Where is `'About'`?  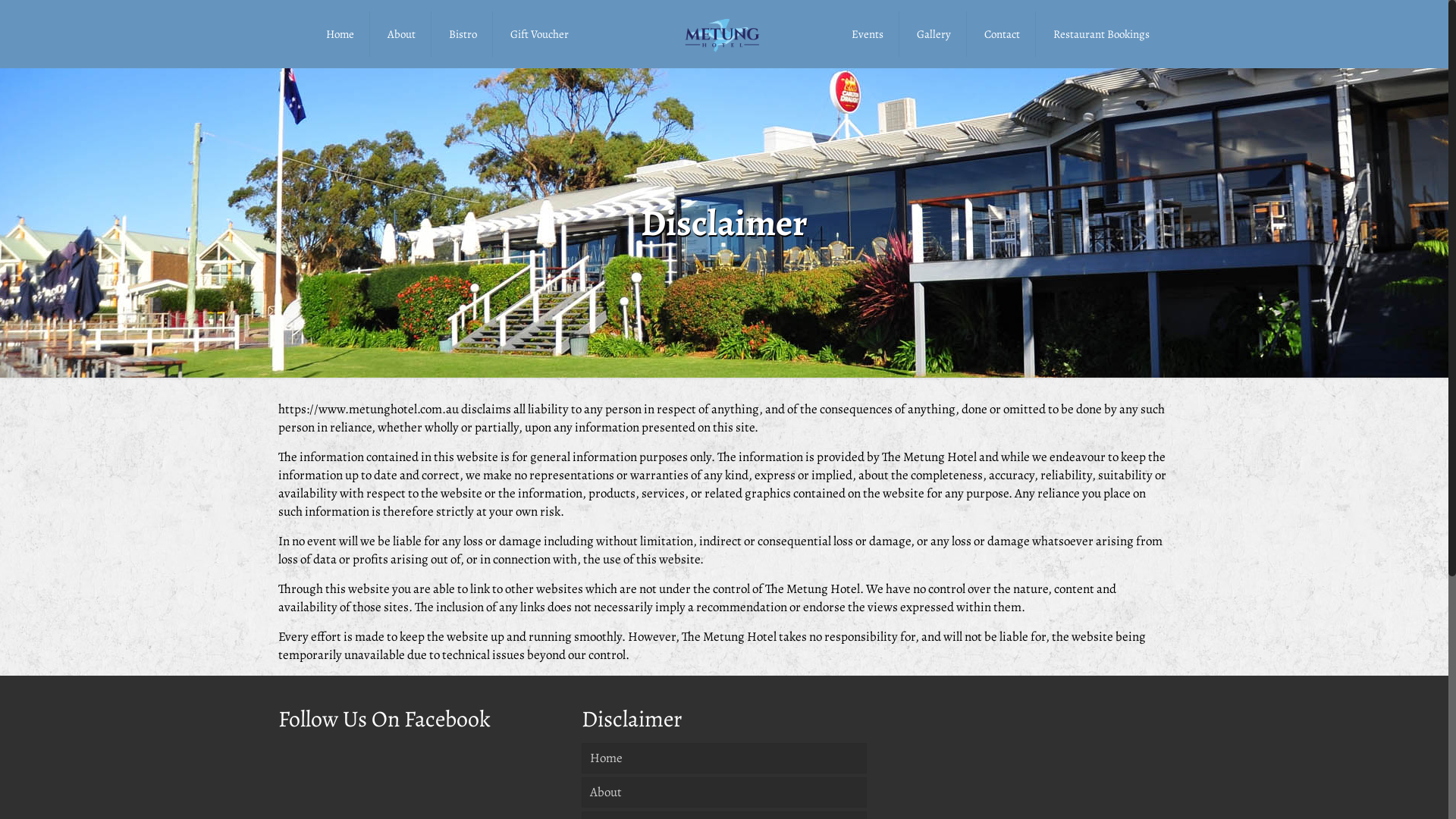
'About' is located at coordinates (401, 34).